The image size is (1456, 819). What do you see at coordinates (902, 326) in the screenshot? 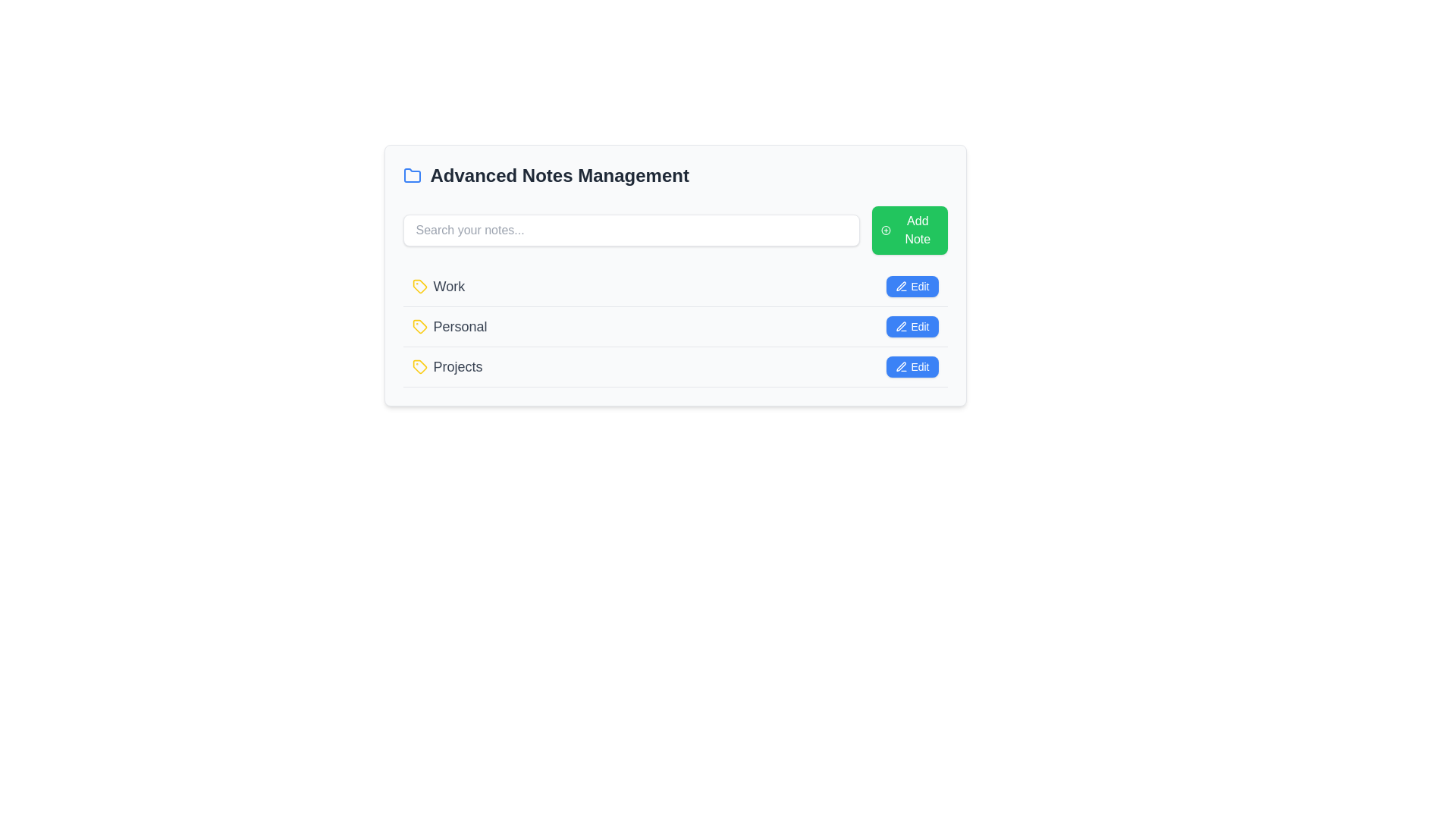
I see `the 'Edit' icon located to the immediate left of the 'Edit' button for the 'Personal' entry, which is the second entry in the list of notes` at bounding box center [902, 326].